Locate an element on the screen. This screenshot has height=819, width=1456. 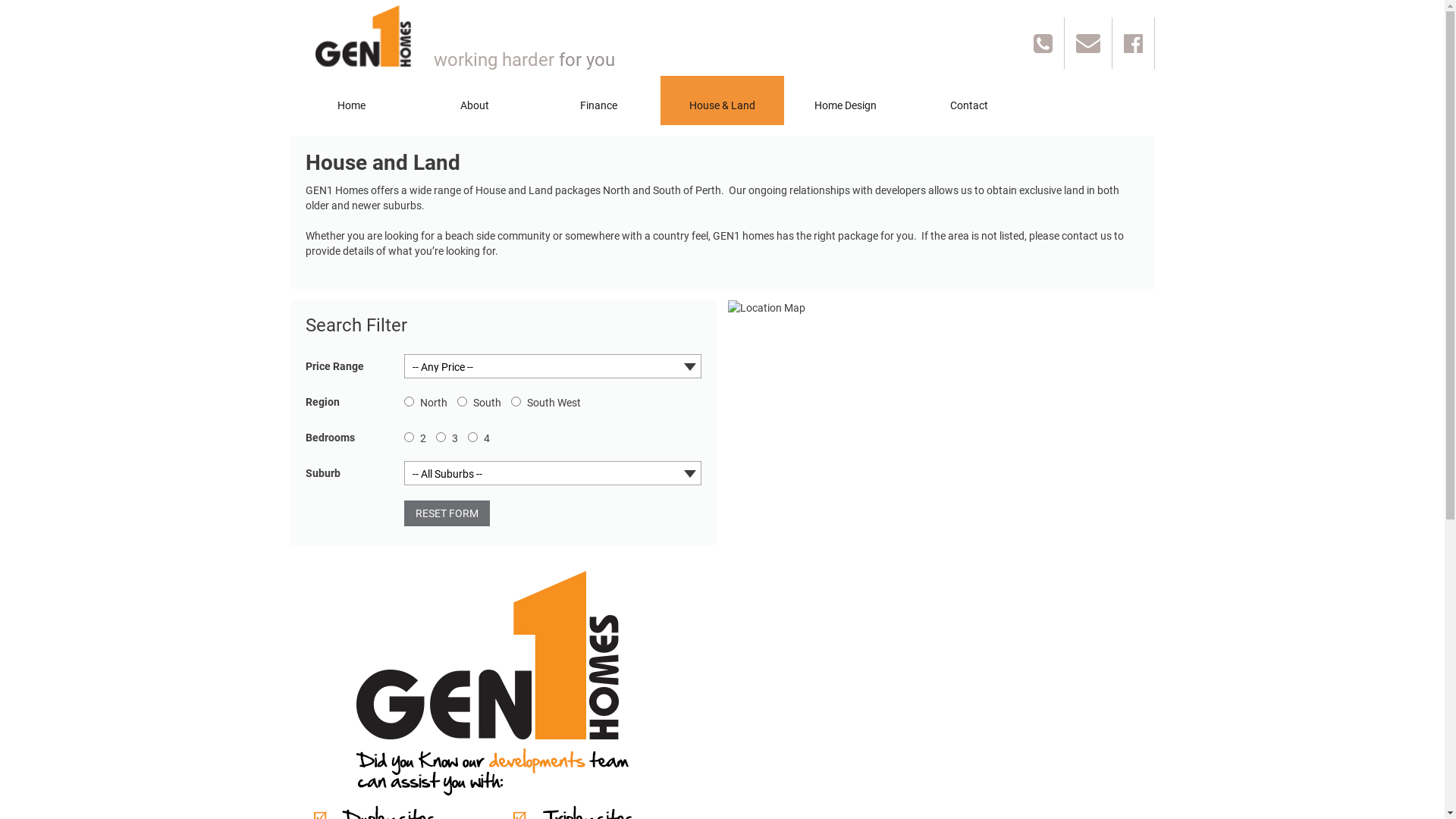
'Finance' is located at coordinates (537, 104).